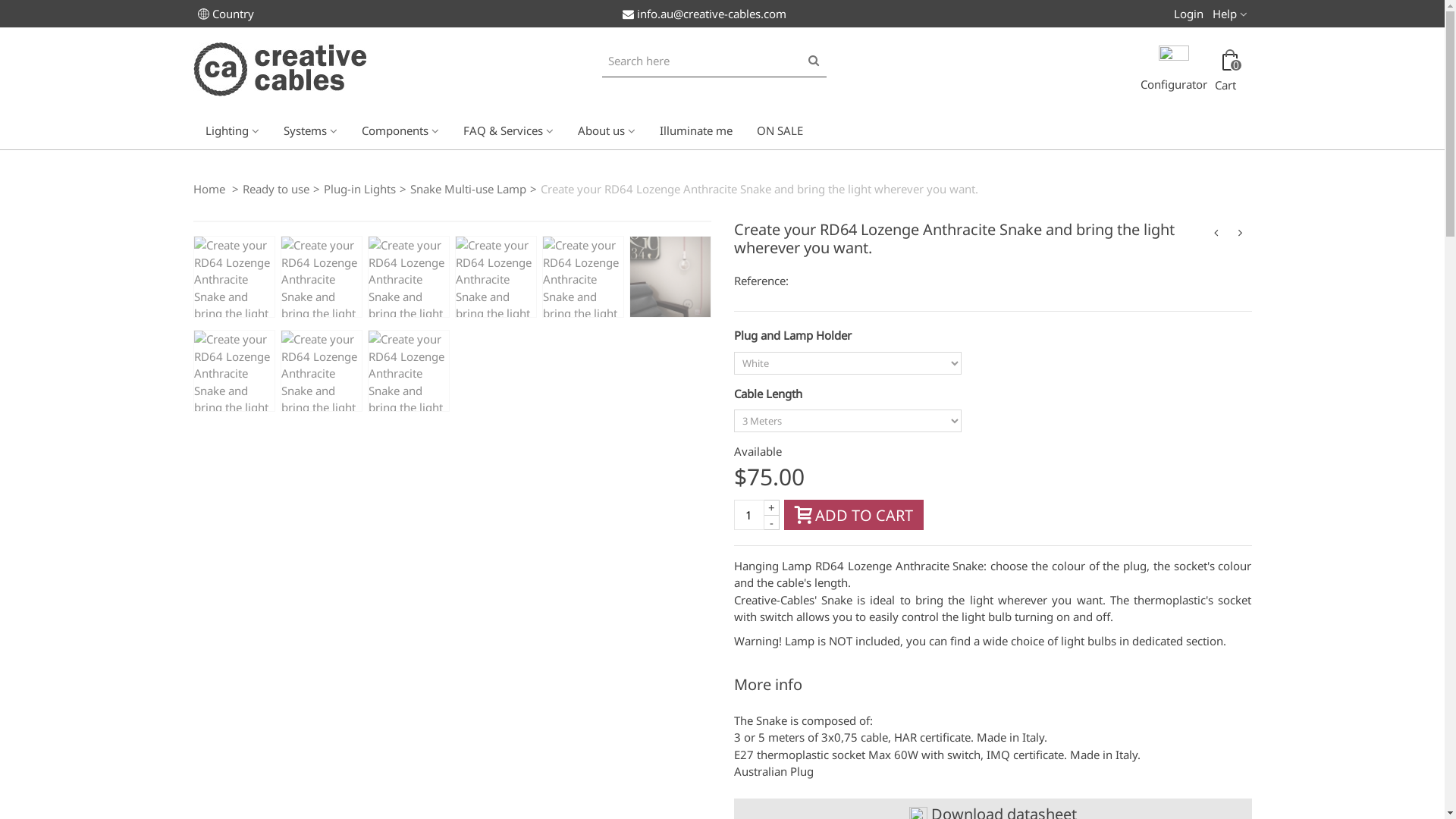  Describe the element at coordinates (400, 128) in the screenshot. I see `'Components'` at that location.